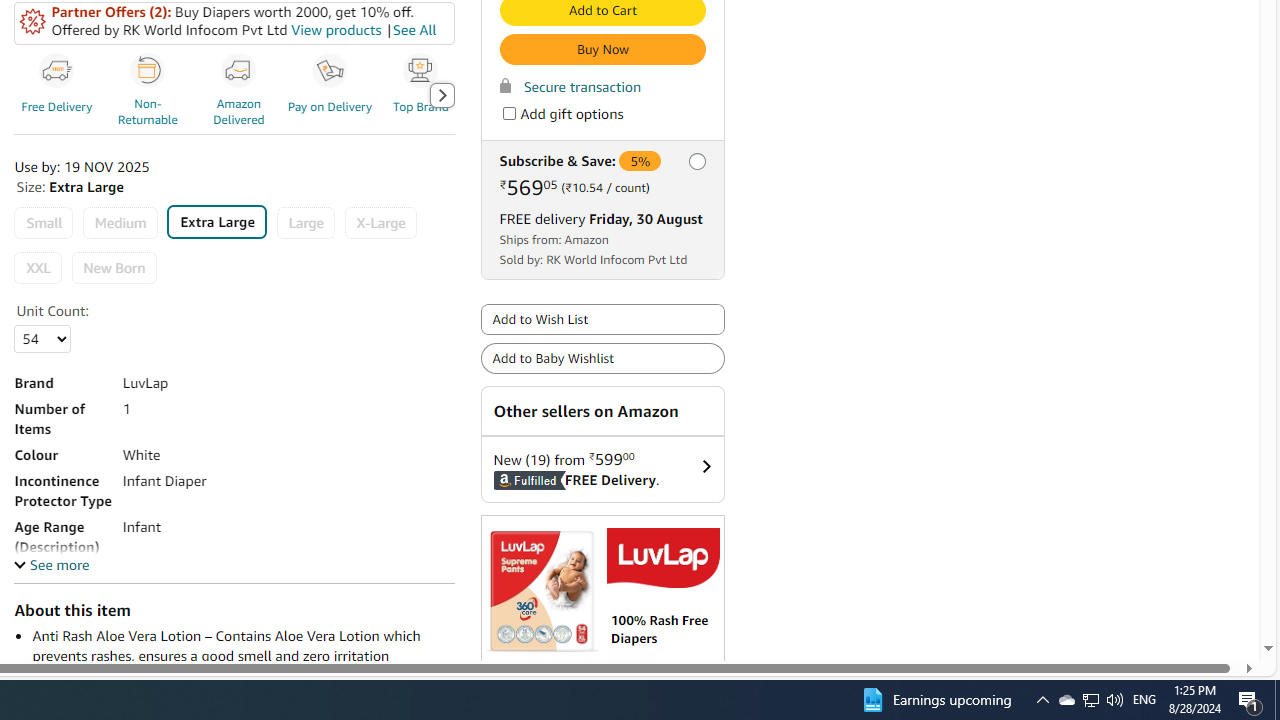  Describe the element at coordinates (60, 94) in the screenshot. I see `'Free Delivery'` at that location.